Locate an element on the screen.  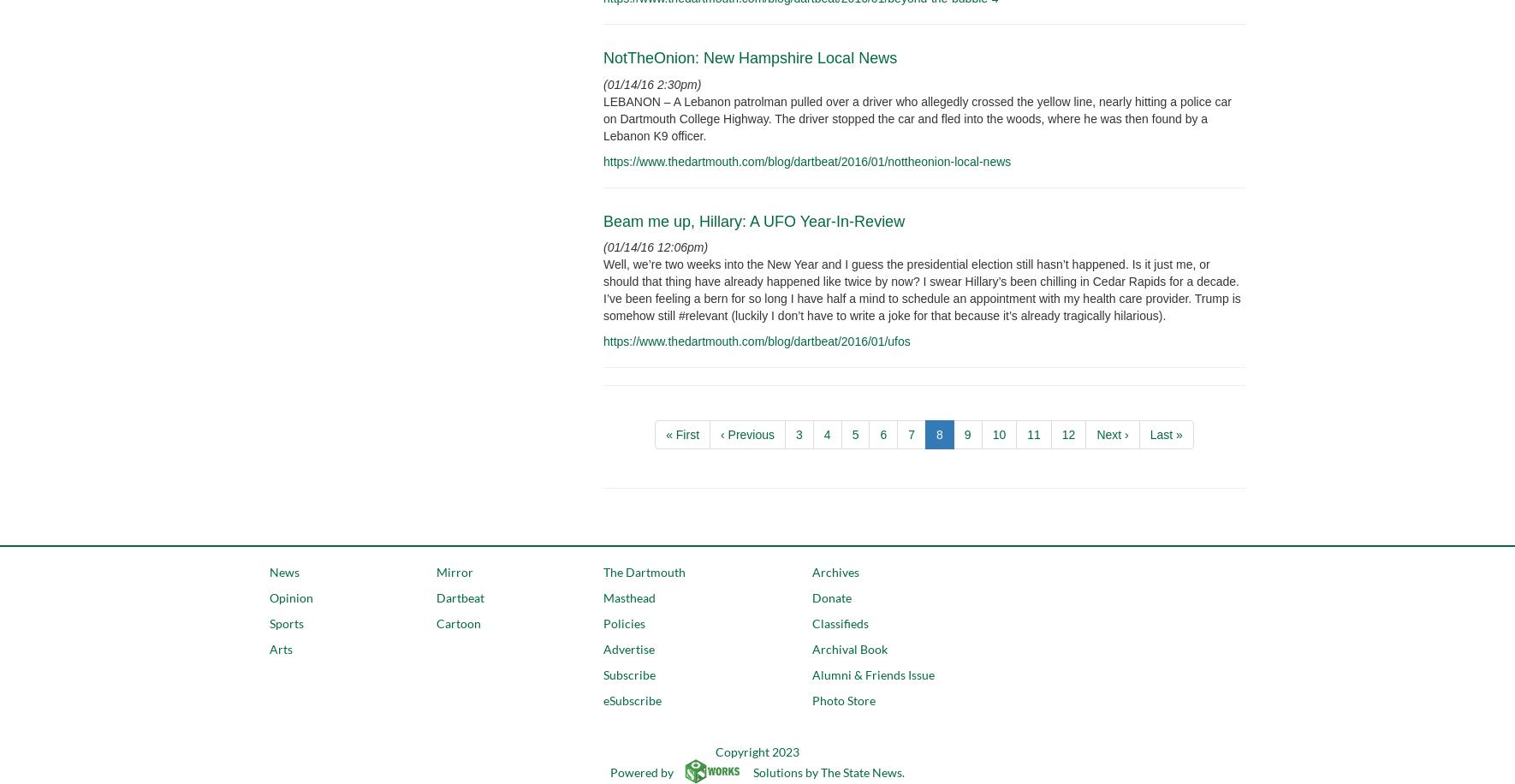
'Advertise' is located at coordinates (602, 648).